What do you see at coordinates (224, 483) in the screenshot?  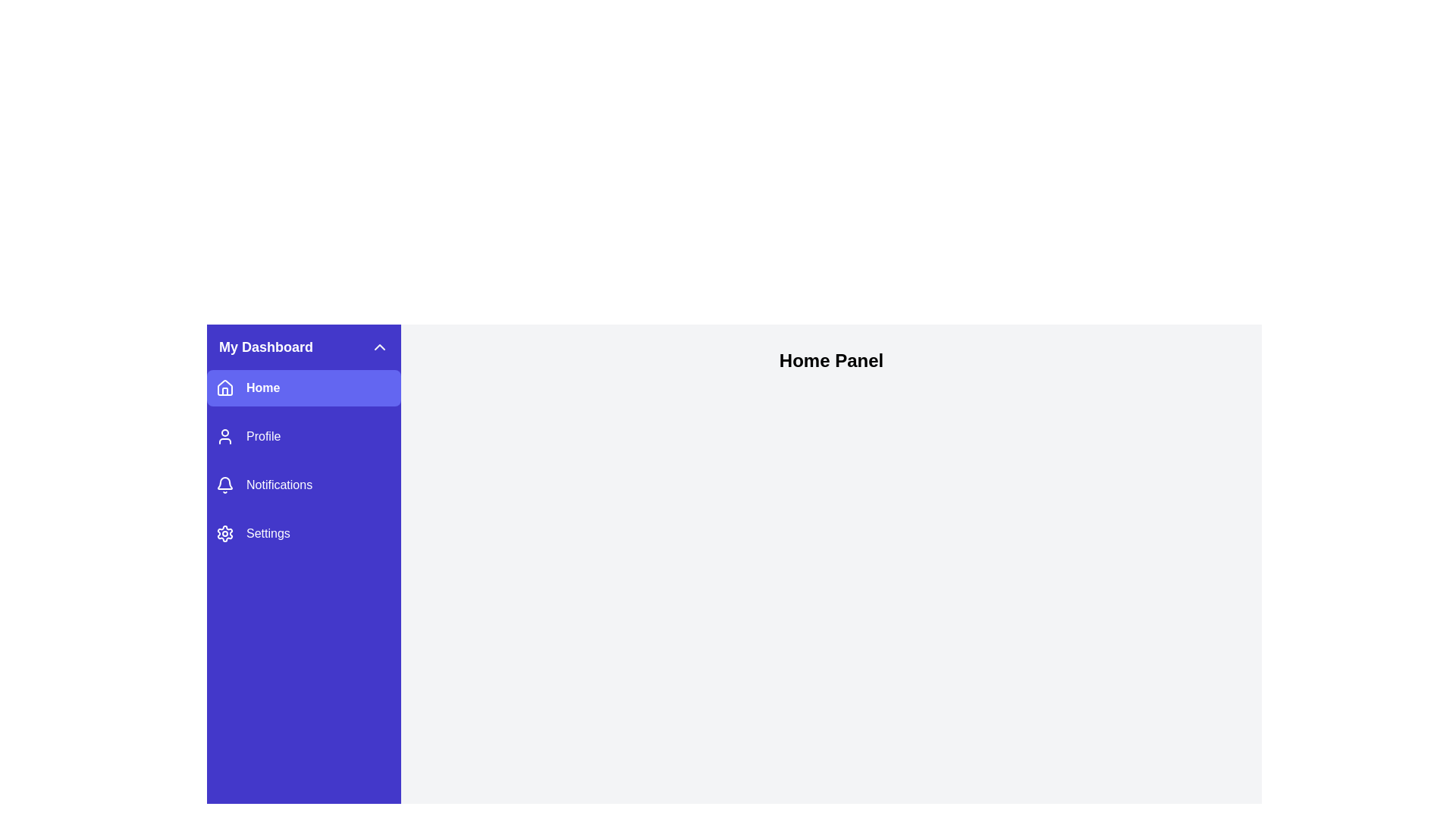 I see `the 'Notifications' icon, which is the third element in the vertical list of the left navigation menu` at bounding box center [224, 483].